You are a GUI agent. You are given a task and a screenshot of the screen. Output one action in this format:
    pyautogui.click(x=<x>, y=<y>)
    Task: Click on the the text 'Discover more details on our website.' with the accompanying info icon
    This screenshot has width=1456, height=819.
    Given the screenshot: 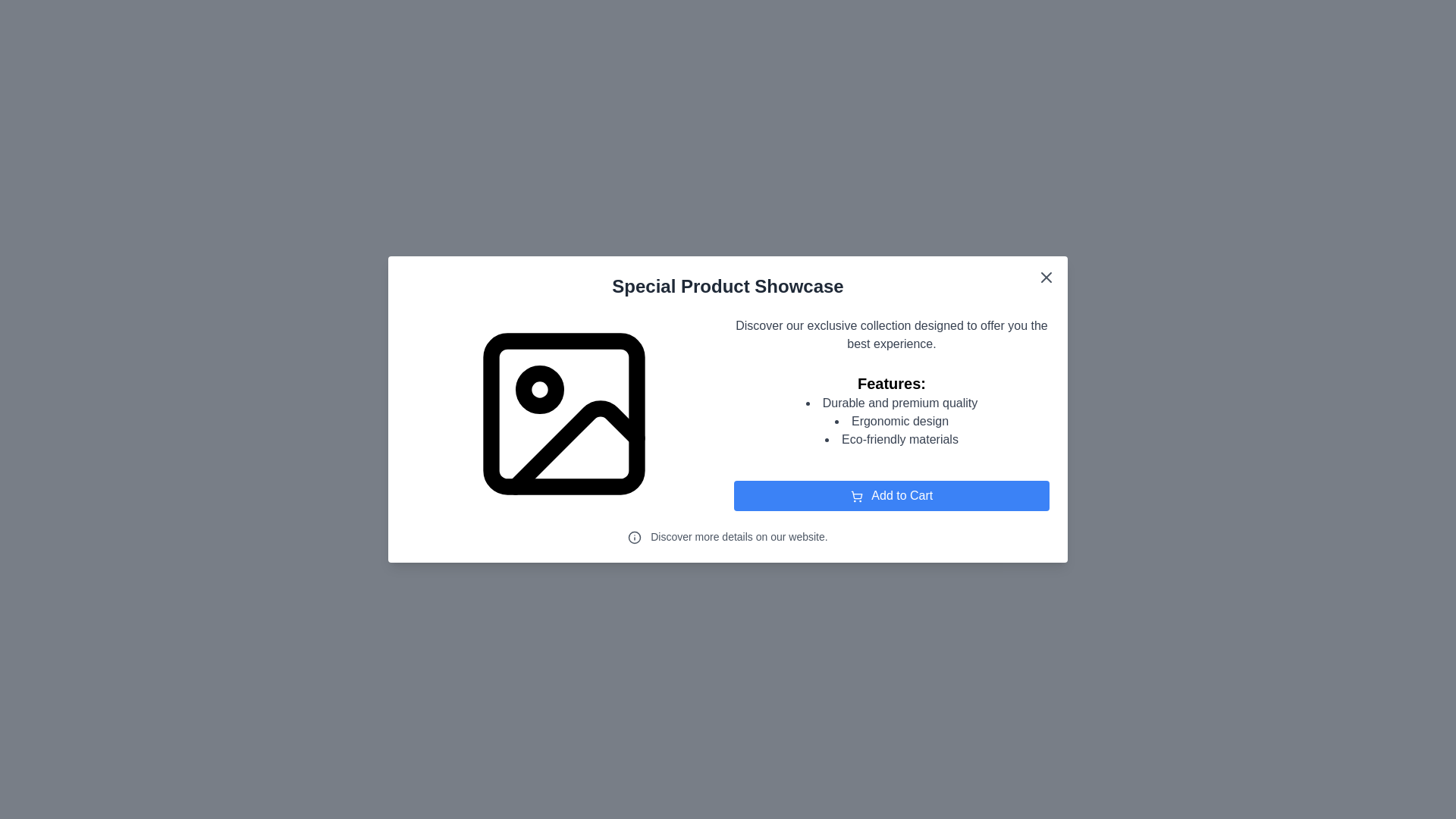 What is the action you would take?
    pyautogui.click(x=728, y=535)
    